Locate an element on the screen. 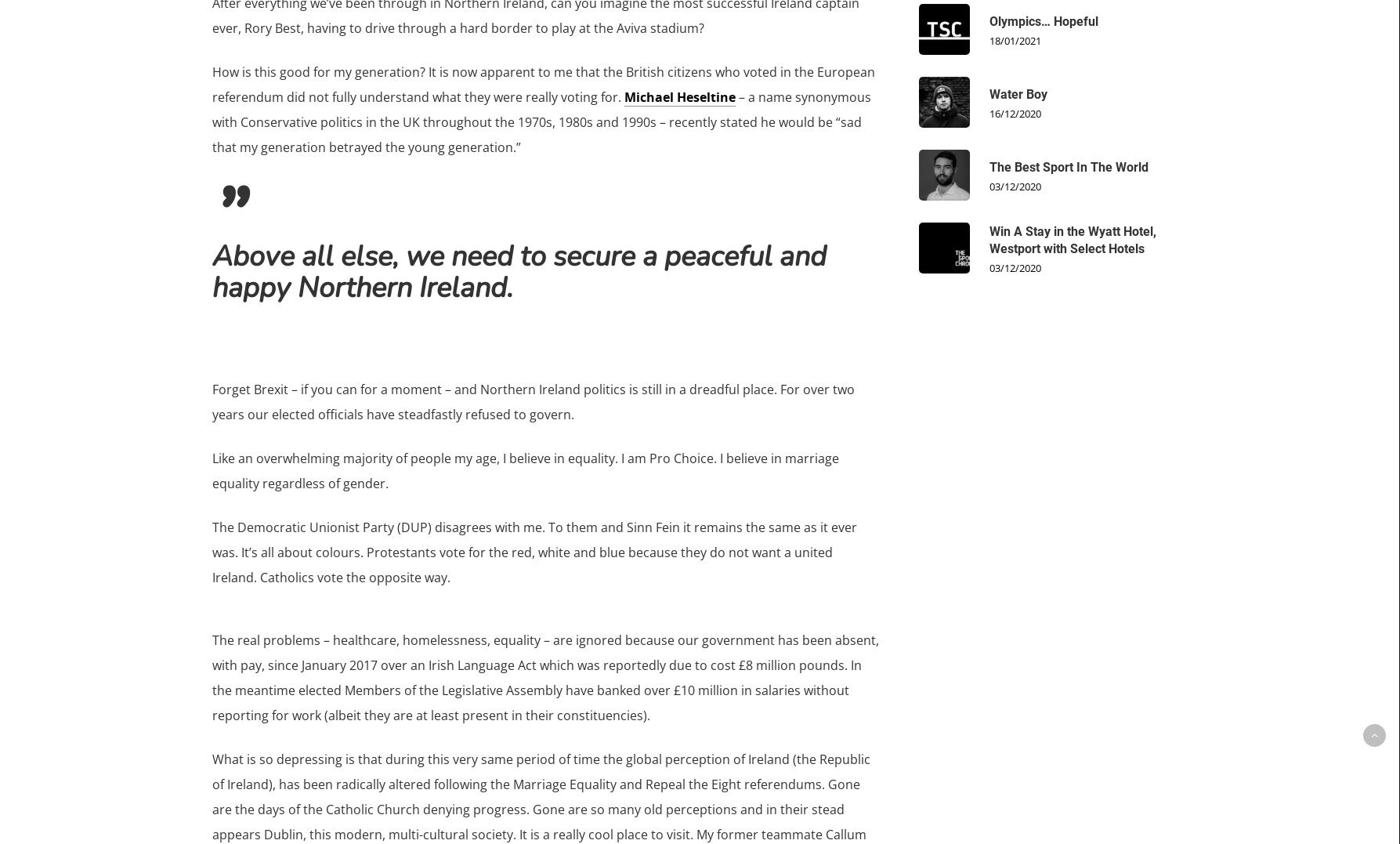 This screenshot has width=1400, height=844. 'Podcast' is located at coordinates (233, 573).